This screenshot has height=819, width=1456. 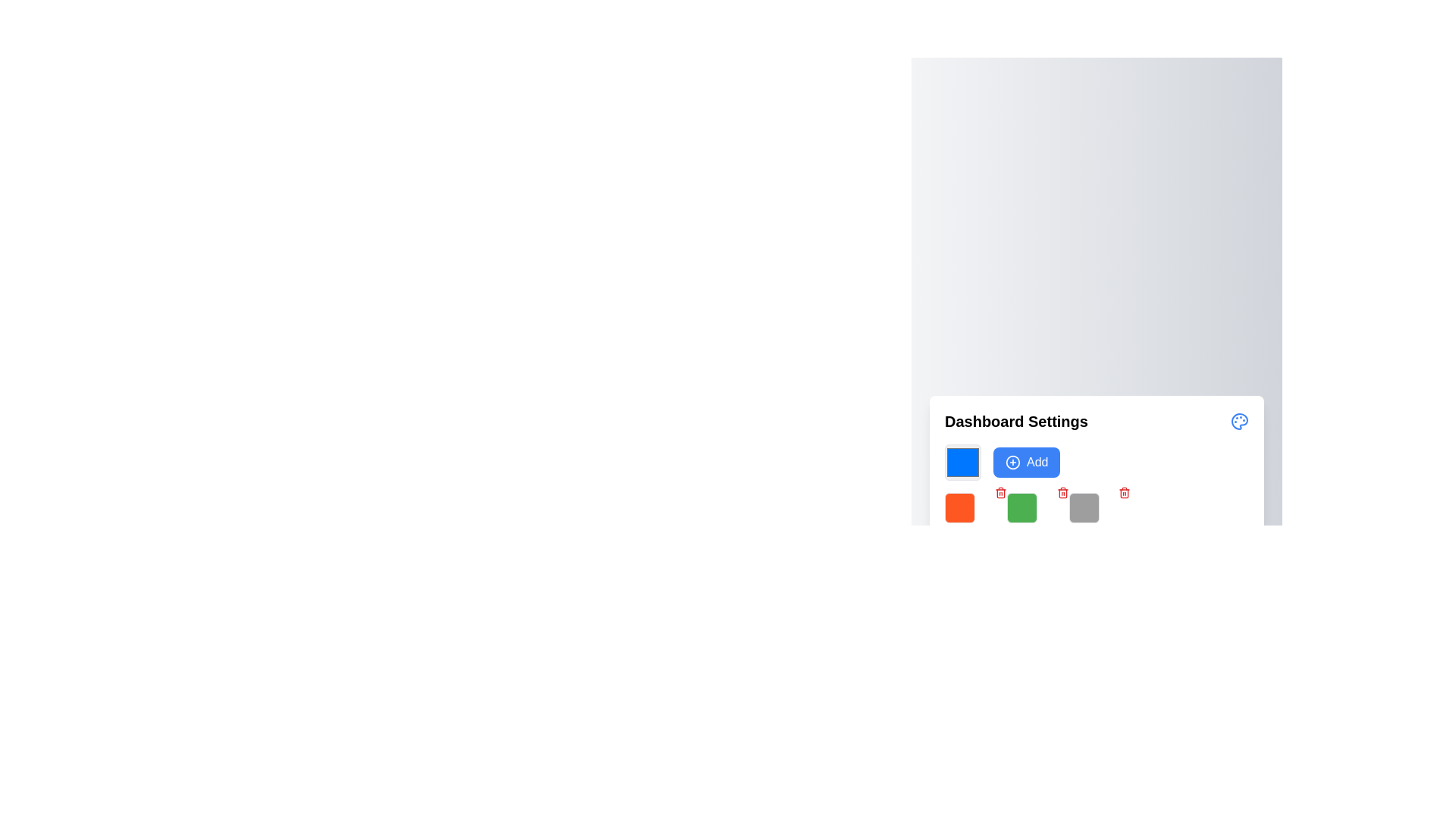 I want to click on the delete button located at the top-right corner of the green square component in the dashboard settings, so click(x=1062, y=493).